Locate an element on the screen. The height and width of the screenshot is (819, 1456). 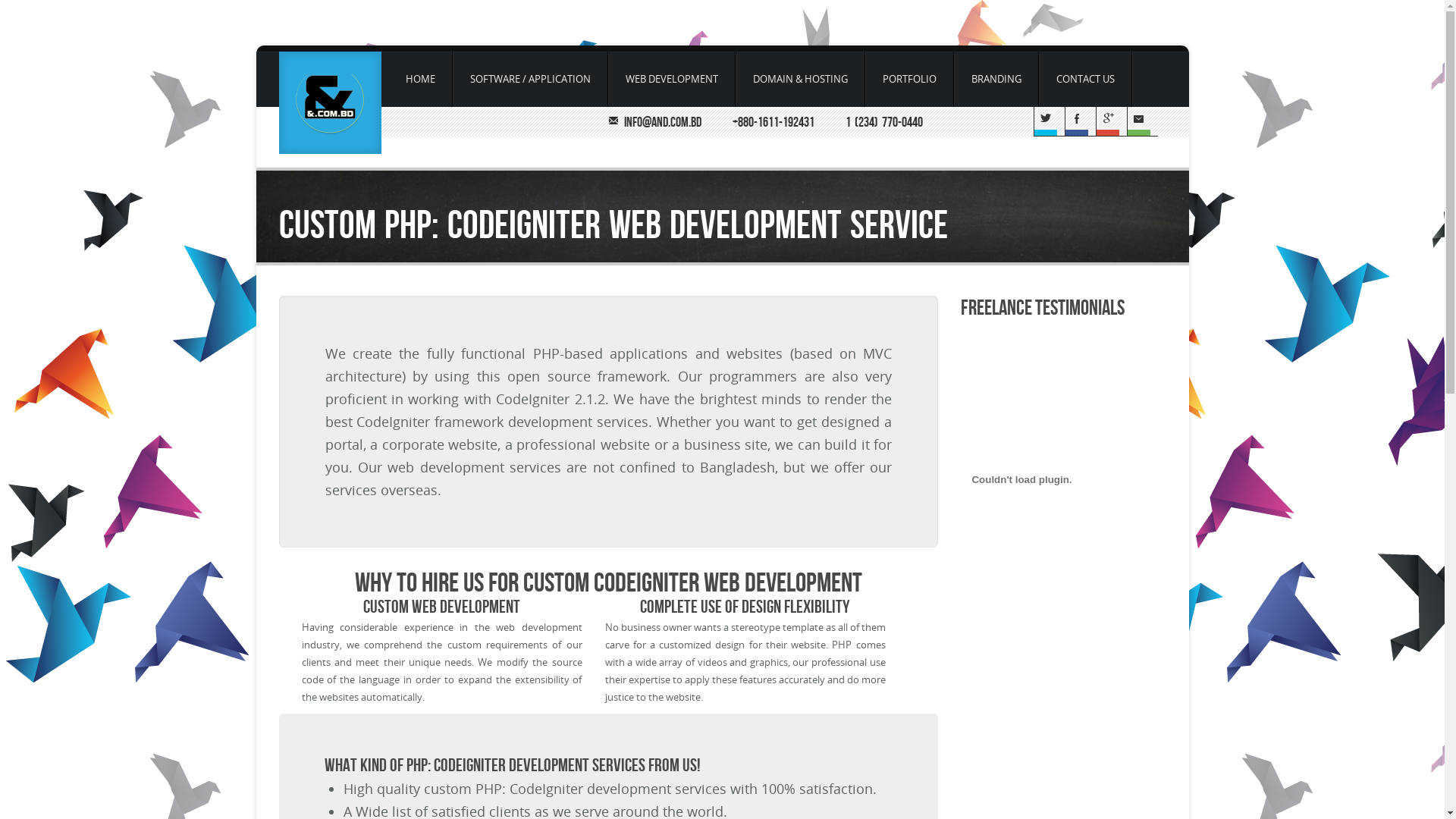
'HOME' is located at coordinates (419, 79).